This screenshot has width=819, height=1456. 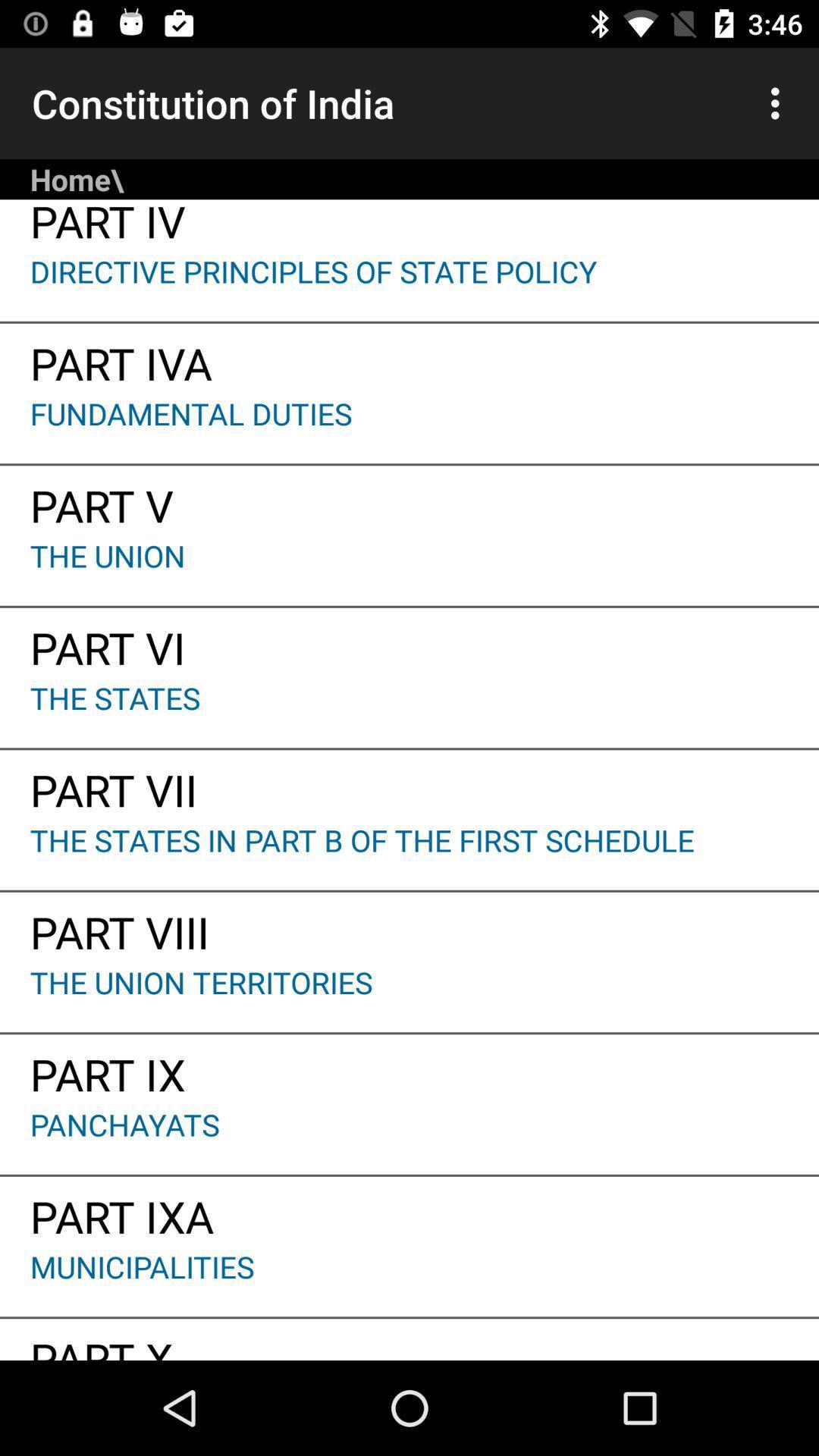 What do you see at coordinates (409, 642) in the screenshot?
I see `part vi` at bounding box center [409, 642].